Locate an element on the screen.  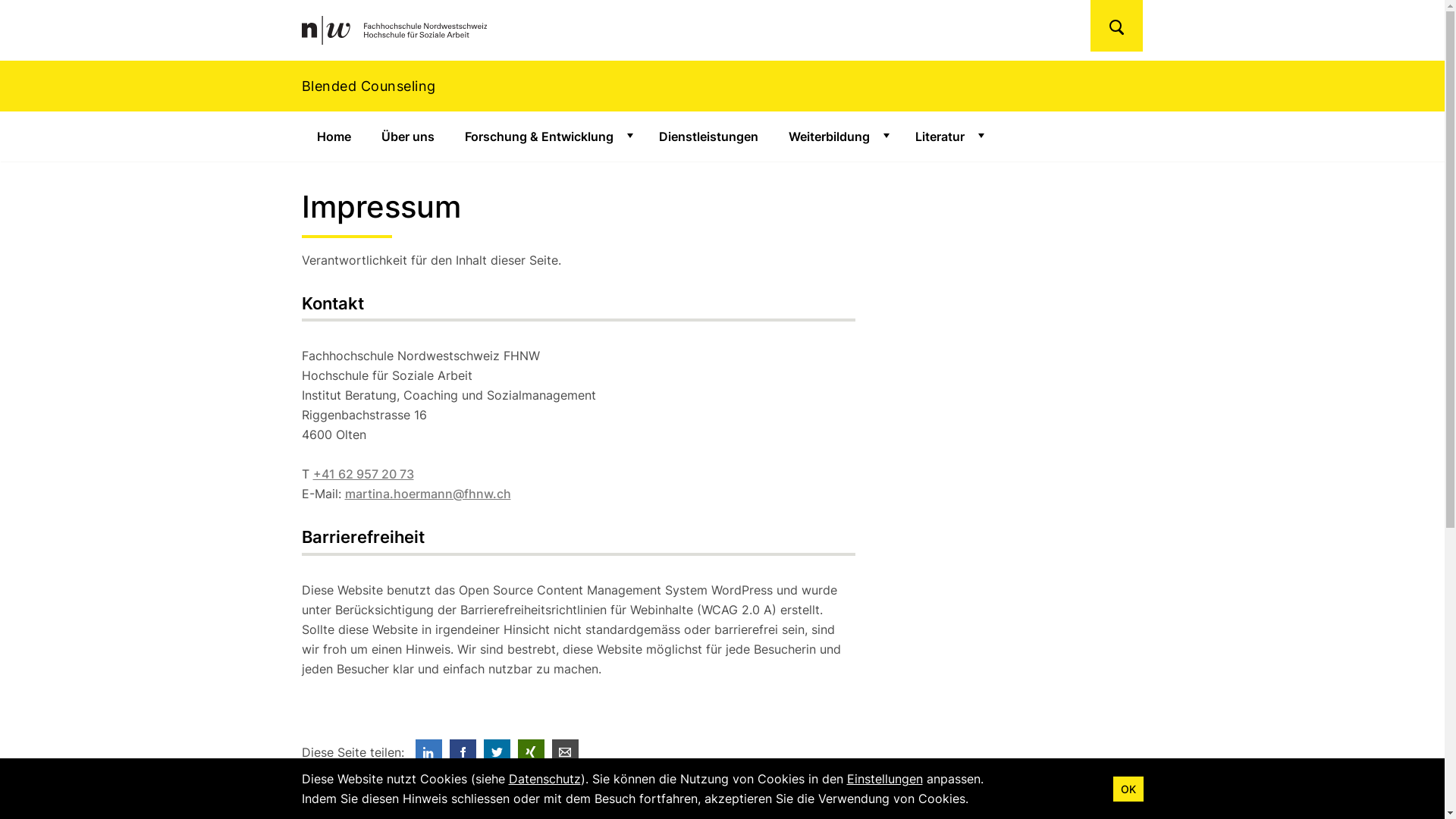
'Suchen' is located at coordinates (1116, 26).